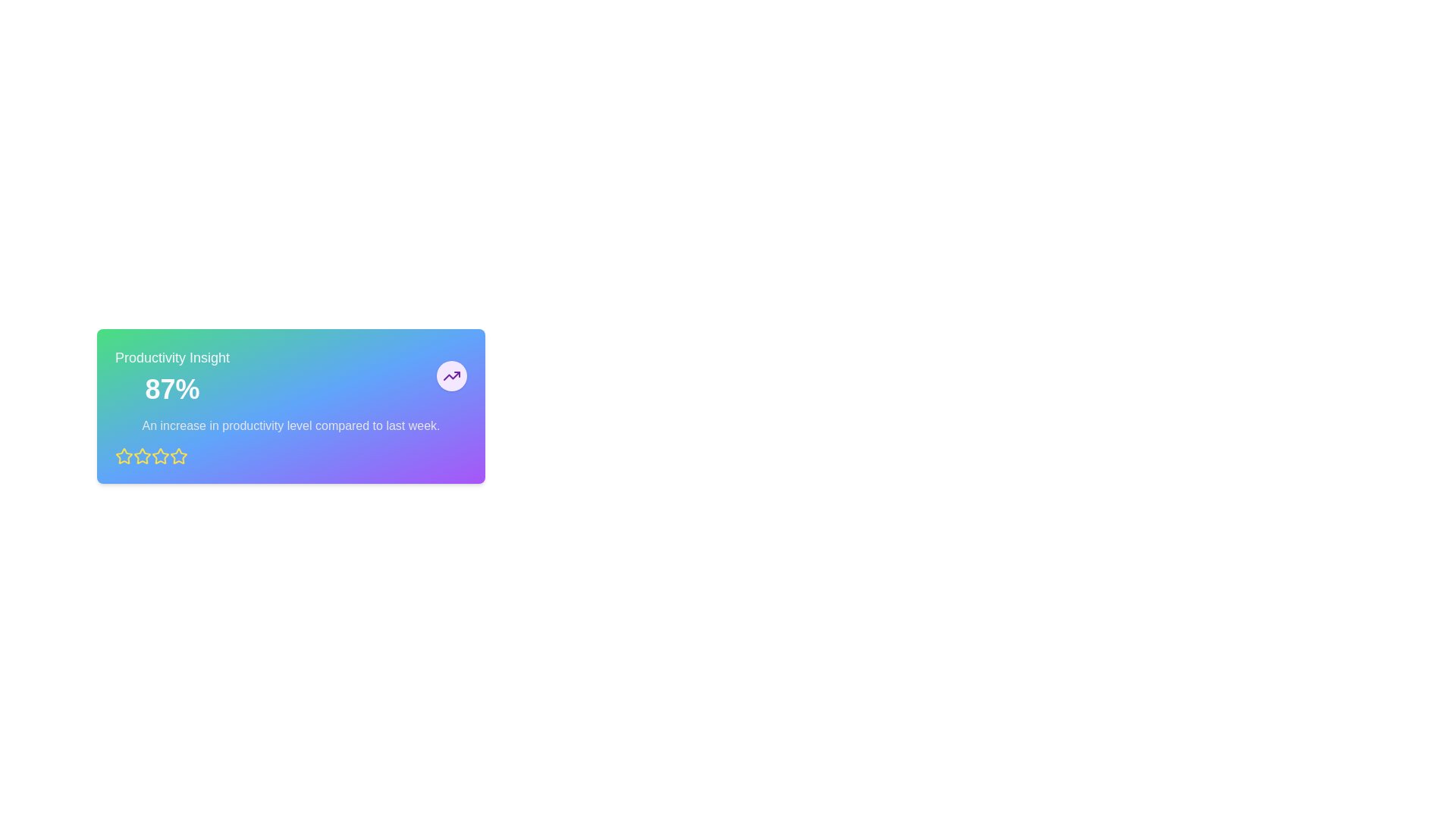 This screenshot has width=1456, height=819. I want to click on the third yellow rating star in the star rating system located within the colorful card interface for productivity insights, so click(178, 455).